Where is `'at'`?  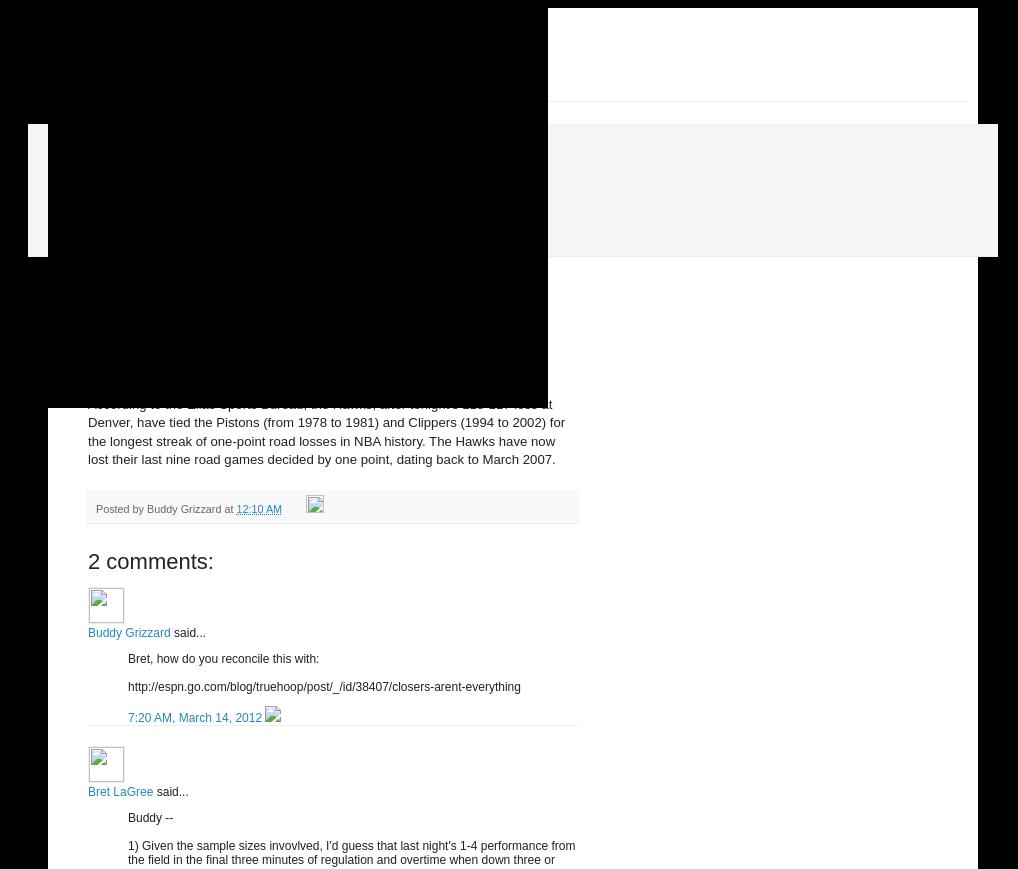
'at' is located at coordinates (222, 508).